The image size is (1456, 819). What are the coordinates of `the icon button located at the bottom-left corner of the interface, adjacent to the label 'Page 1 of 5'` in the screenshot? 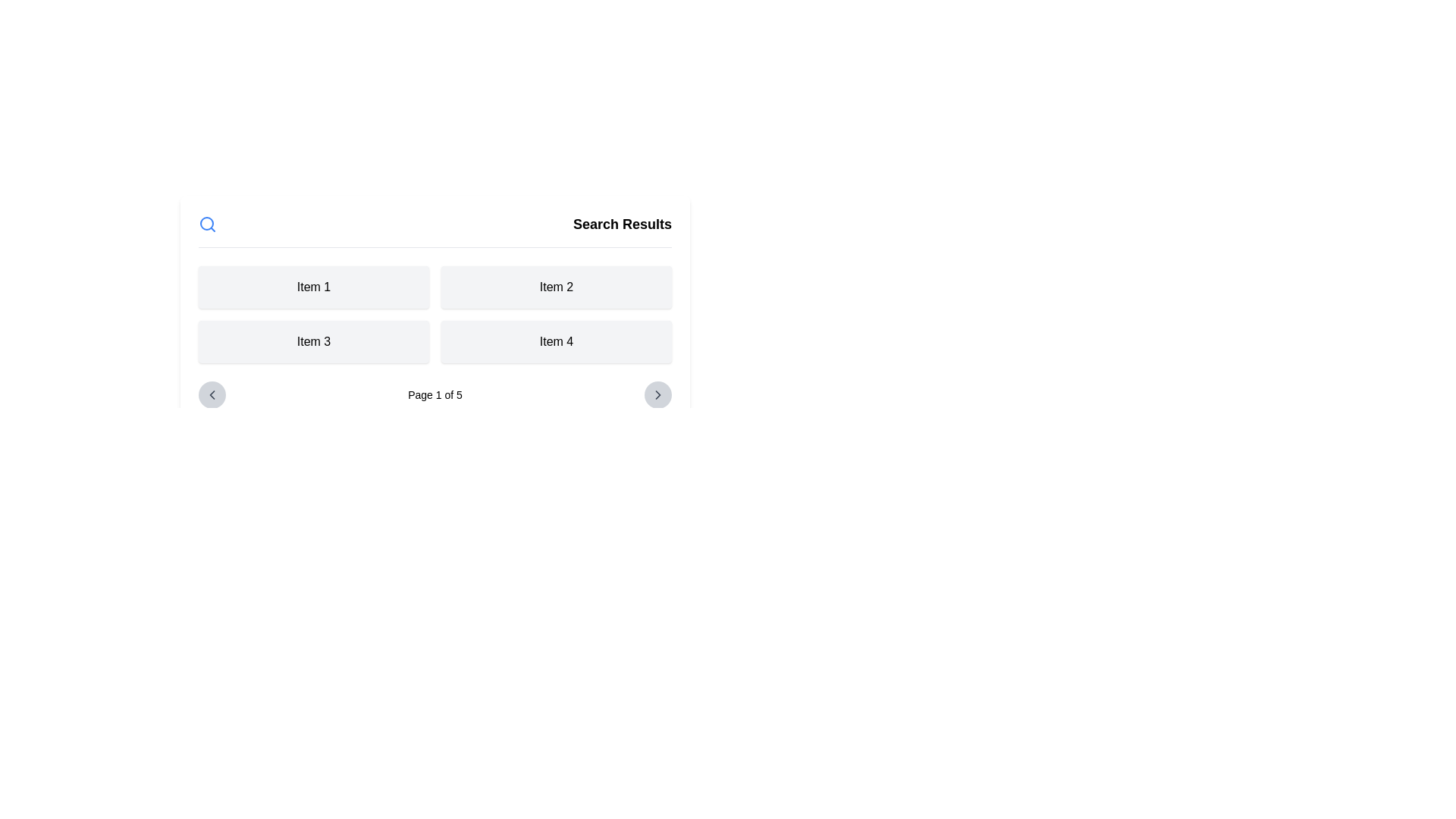 It's located at (211, 394).